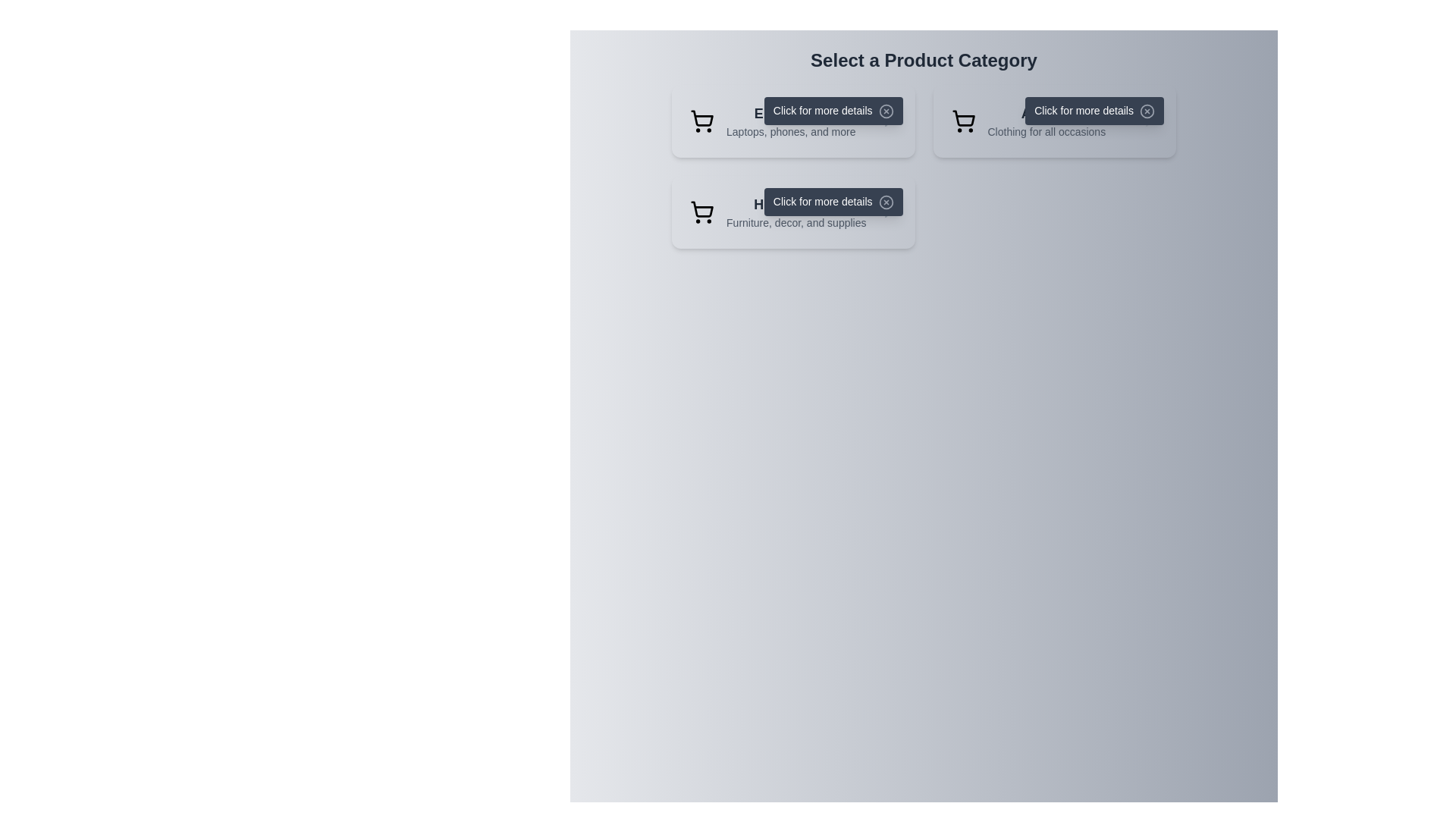 Image resolution: width=1456 pixels, height=819 pixels. Describe the element at coordinates (887, 212) in the screenshot. I see `the right-pointing chevron icon within the 'Click for more details' button for the 'Home' category` at that location.